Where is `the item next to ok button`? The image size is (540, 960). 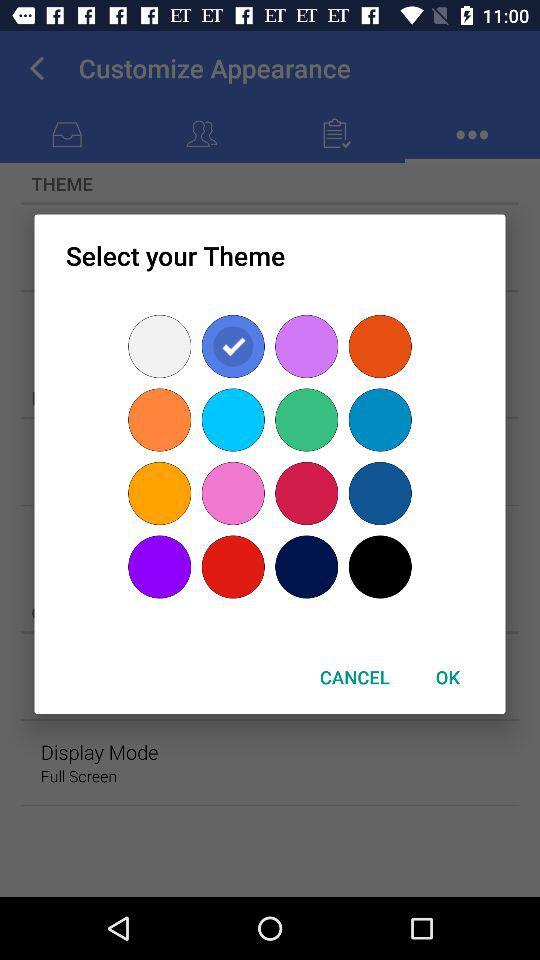 the item next to ok button is located at coordinates (353, 677).